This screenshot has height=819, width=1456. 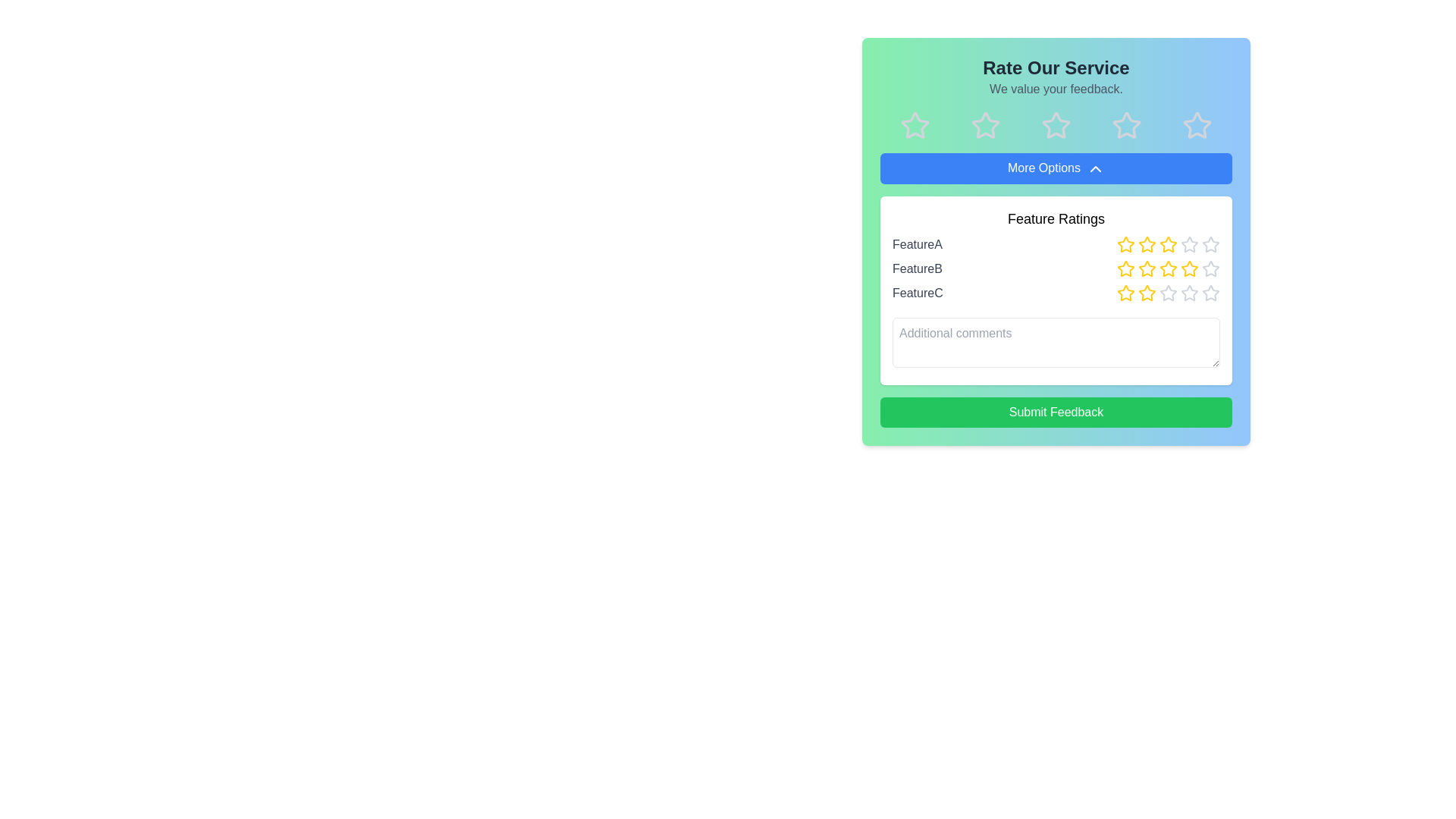 What do you see at coordinates (1125, 292) in the screenshot?
I see `the second star-shaped rating icon with a yellow border in the feature rating row for FeatureC` at bounding box center [1125, 292].